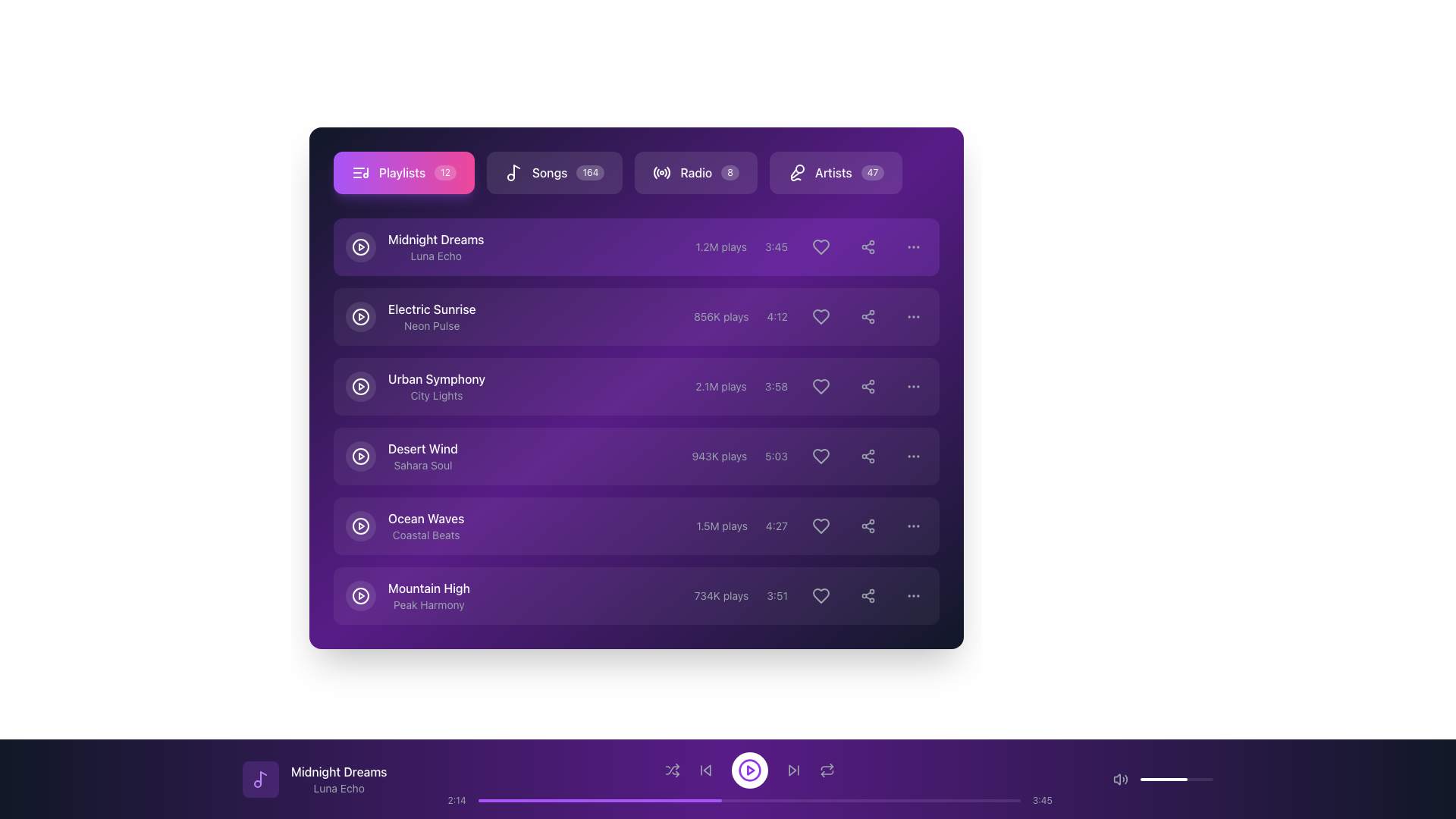 The width and height of the screenshot is (1456, 819). What do you see at coordinates (821, 526) in the screenshot?
I see `the heart icon button for the song 'Ocean Waves' by 'Coastal Beats'` at bounding box center [821, 526].